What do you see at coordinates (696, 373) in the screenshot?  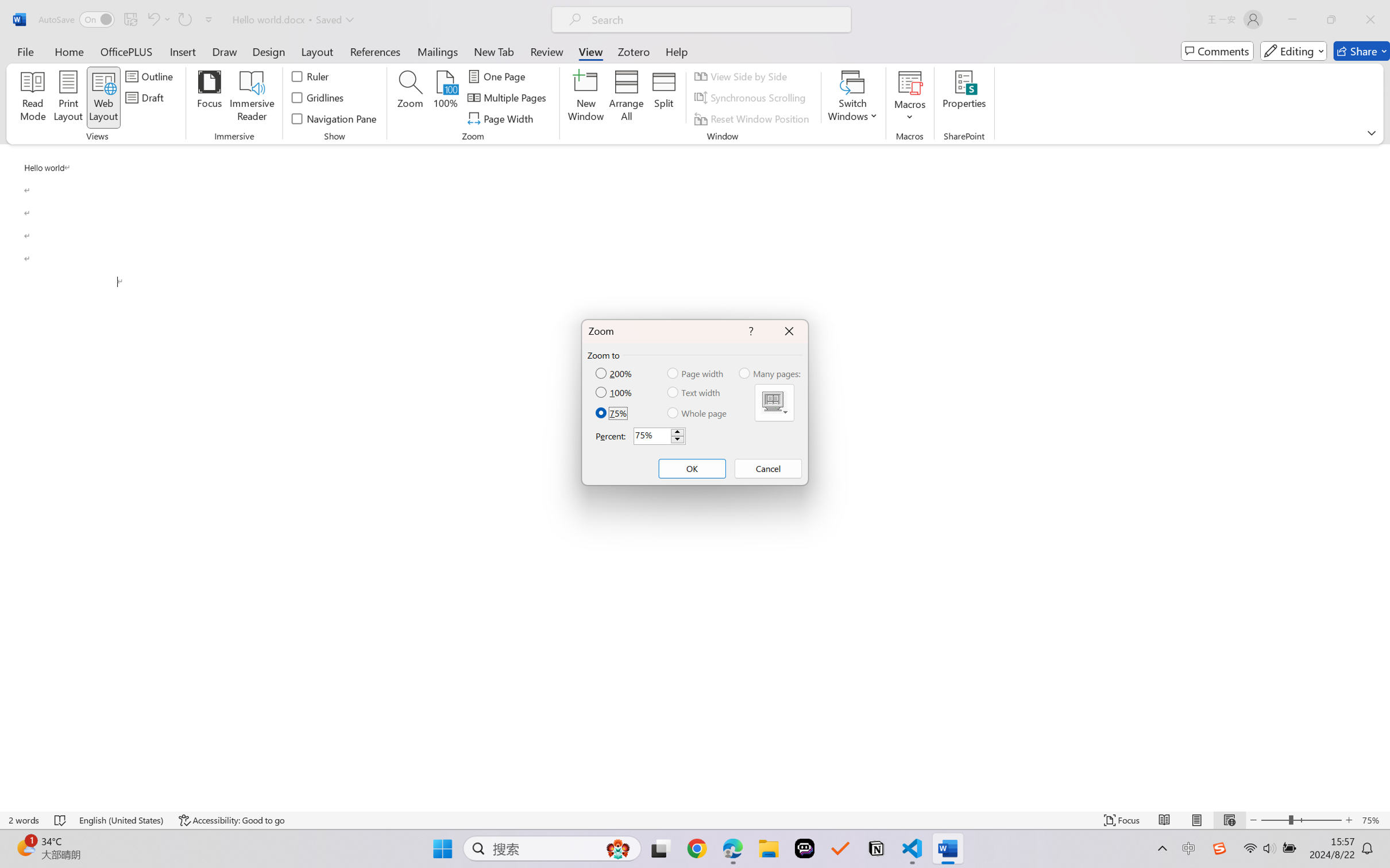 I see `'Page width'` at bounding box center [696, 373].